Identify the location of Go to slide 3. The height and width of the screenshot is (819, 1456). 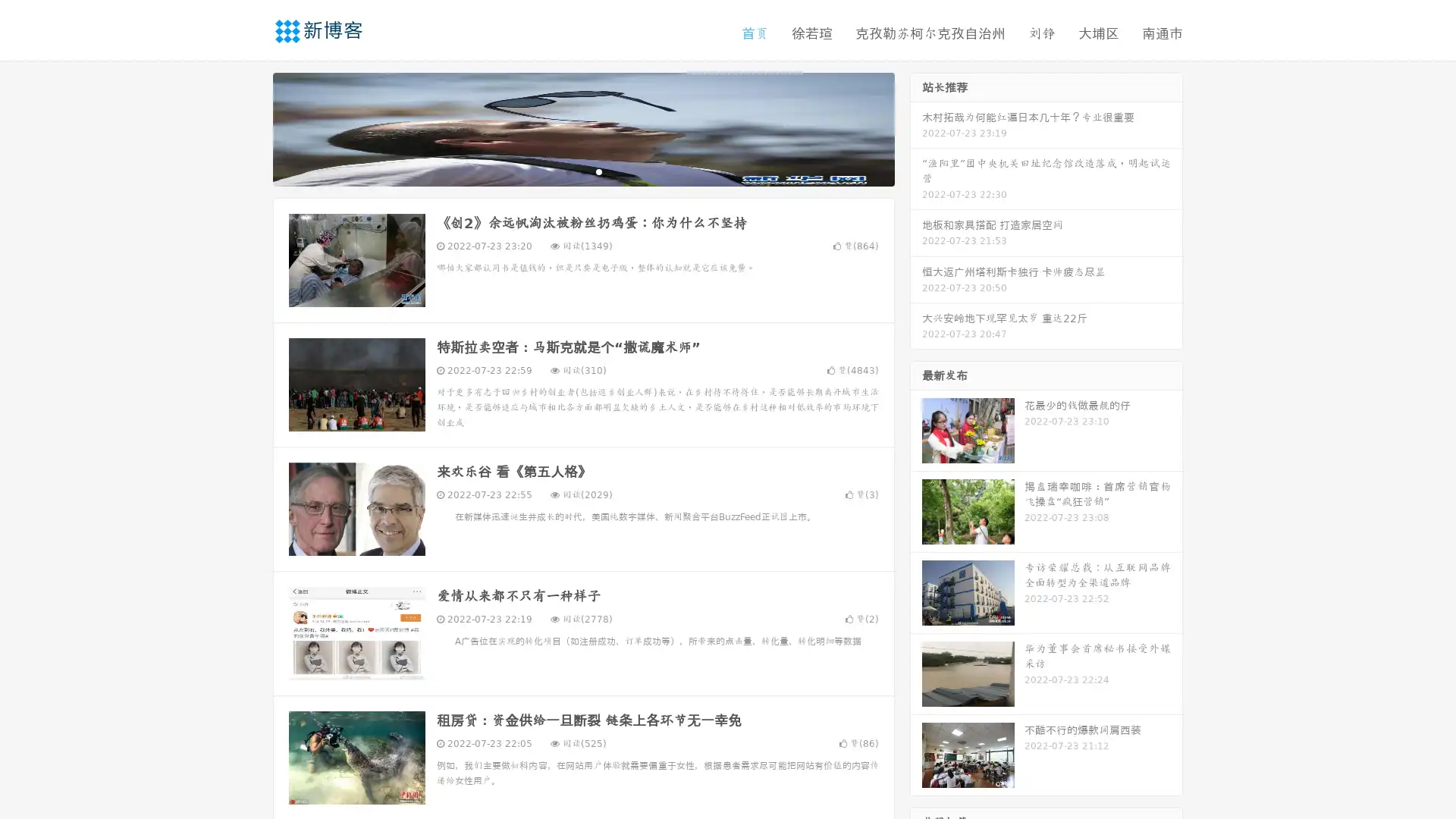
(598, 171).